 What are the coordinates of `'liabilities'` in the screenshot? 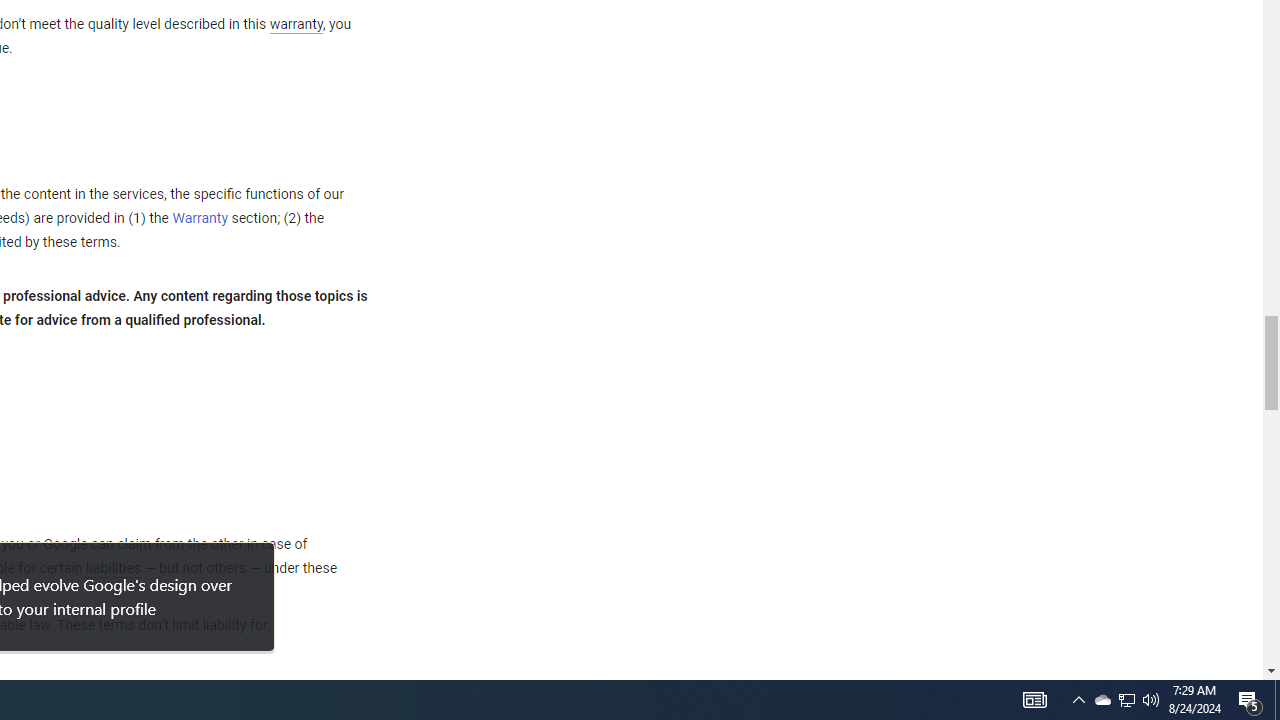 It's located at (112, 568).